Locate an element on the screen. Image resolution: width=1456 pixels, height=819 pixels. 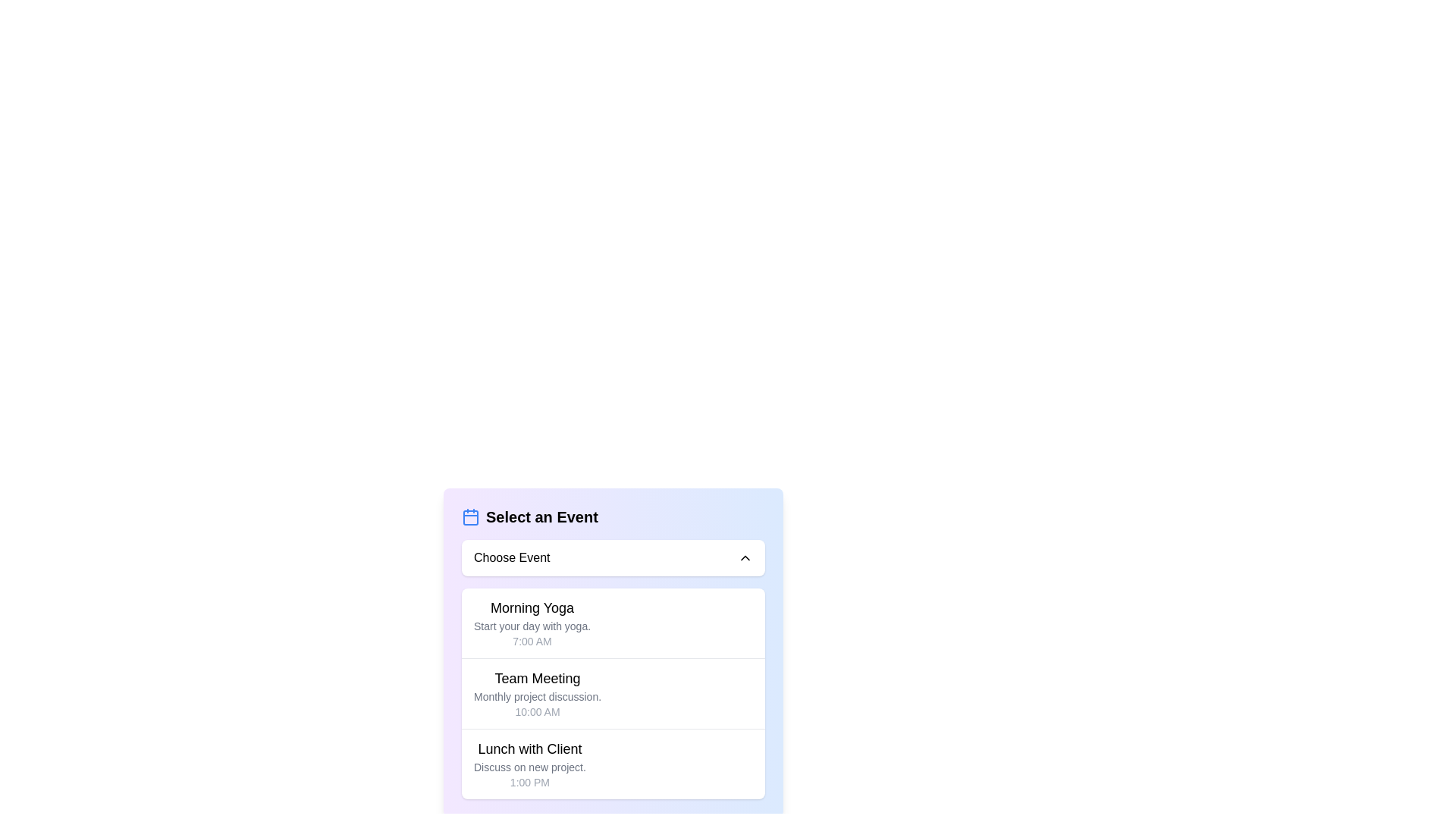
the text label that serves as a title or instruction for the dropdown is located at coordinates (542, 516).